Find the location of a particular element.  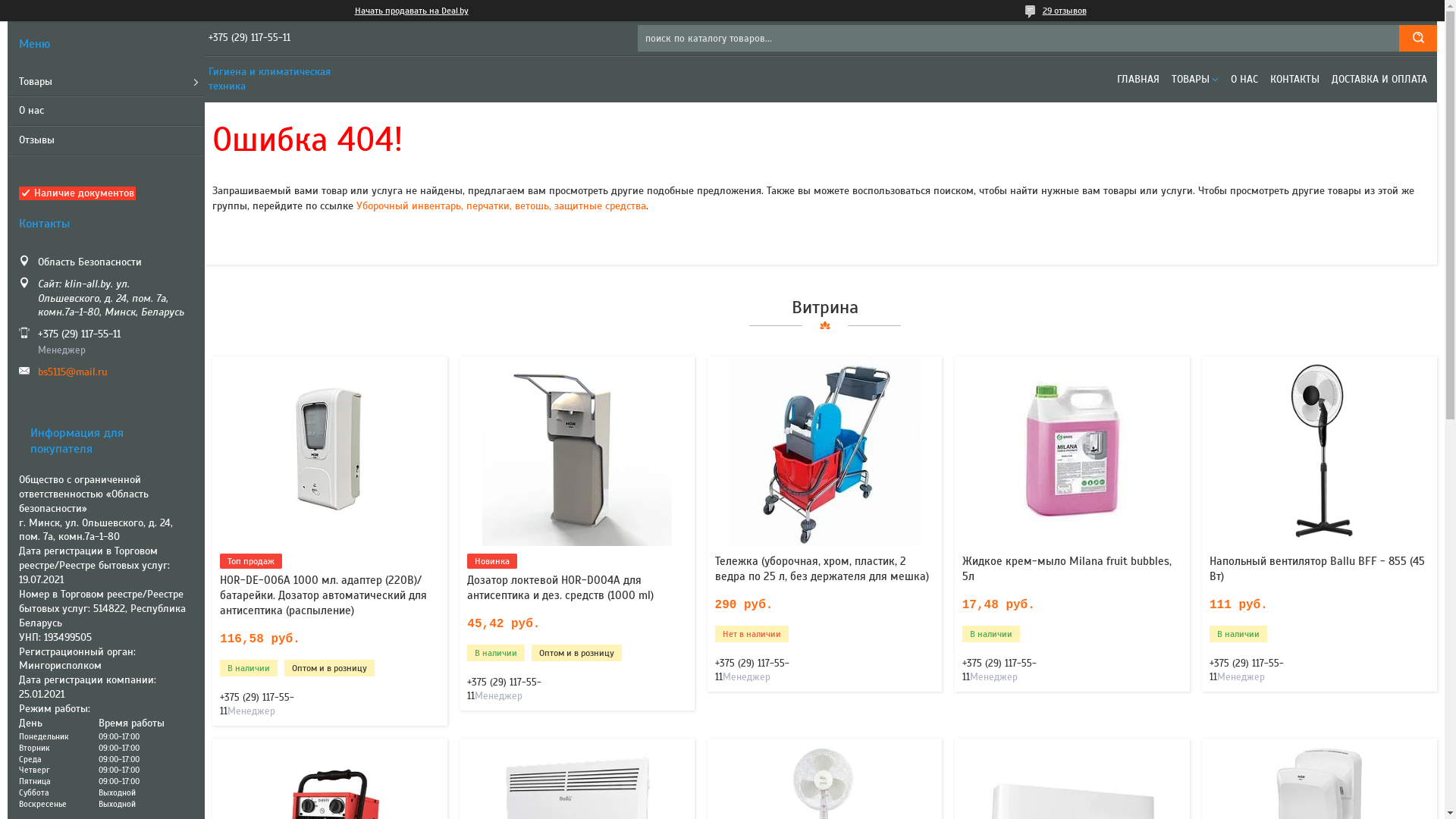

'bs5115@mail.ru' is located at coordinates (37, 372).